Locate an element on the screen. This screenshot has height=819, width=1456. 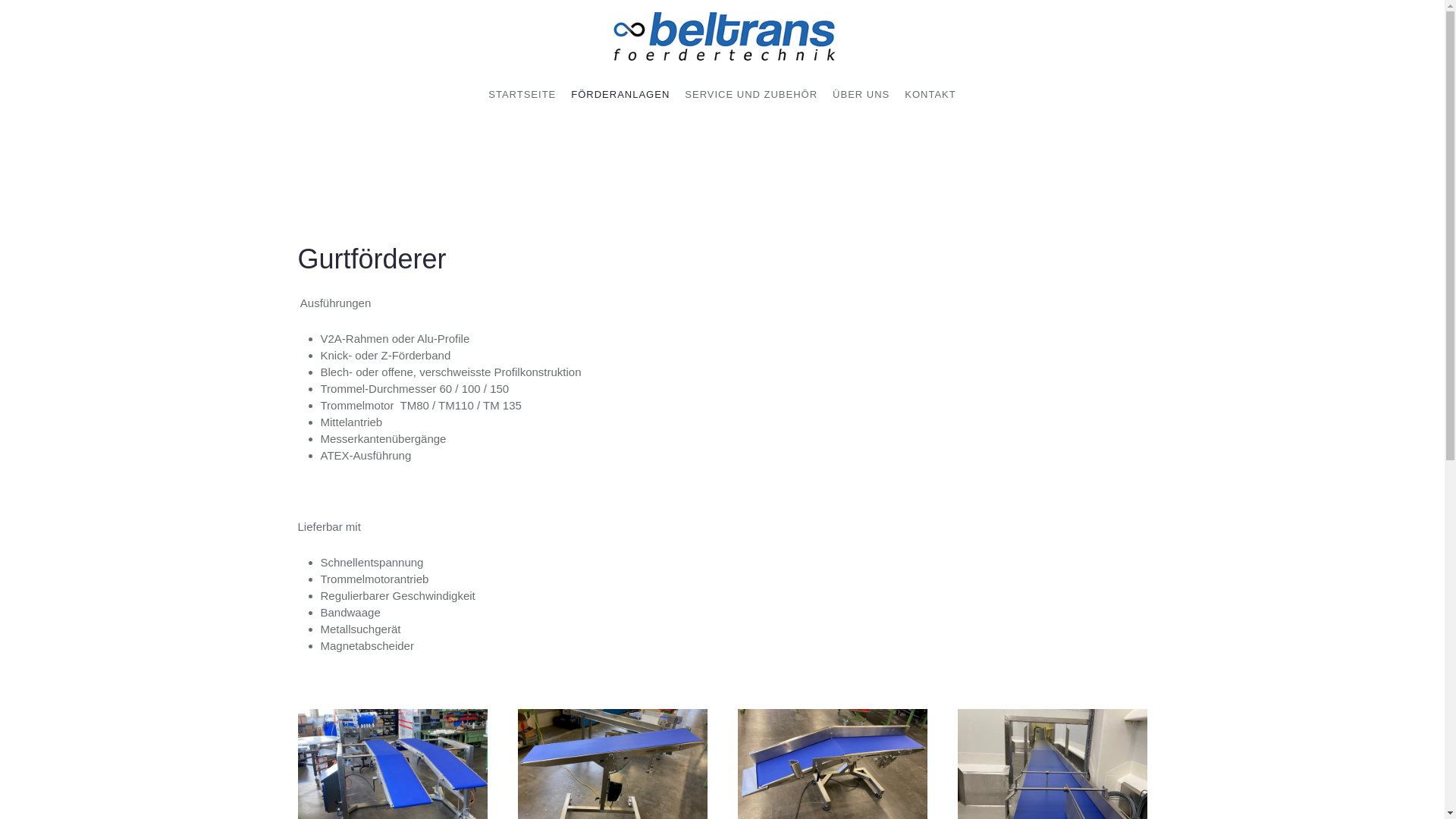
'STARTSEITE' is located at coordinates (522, 94).